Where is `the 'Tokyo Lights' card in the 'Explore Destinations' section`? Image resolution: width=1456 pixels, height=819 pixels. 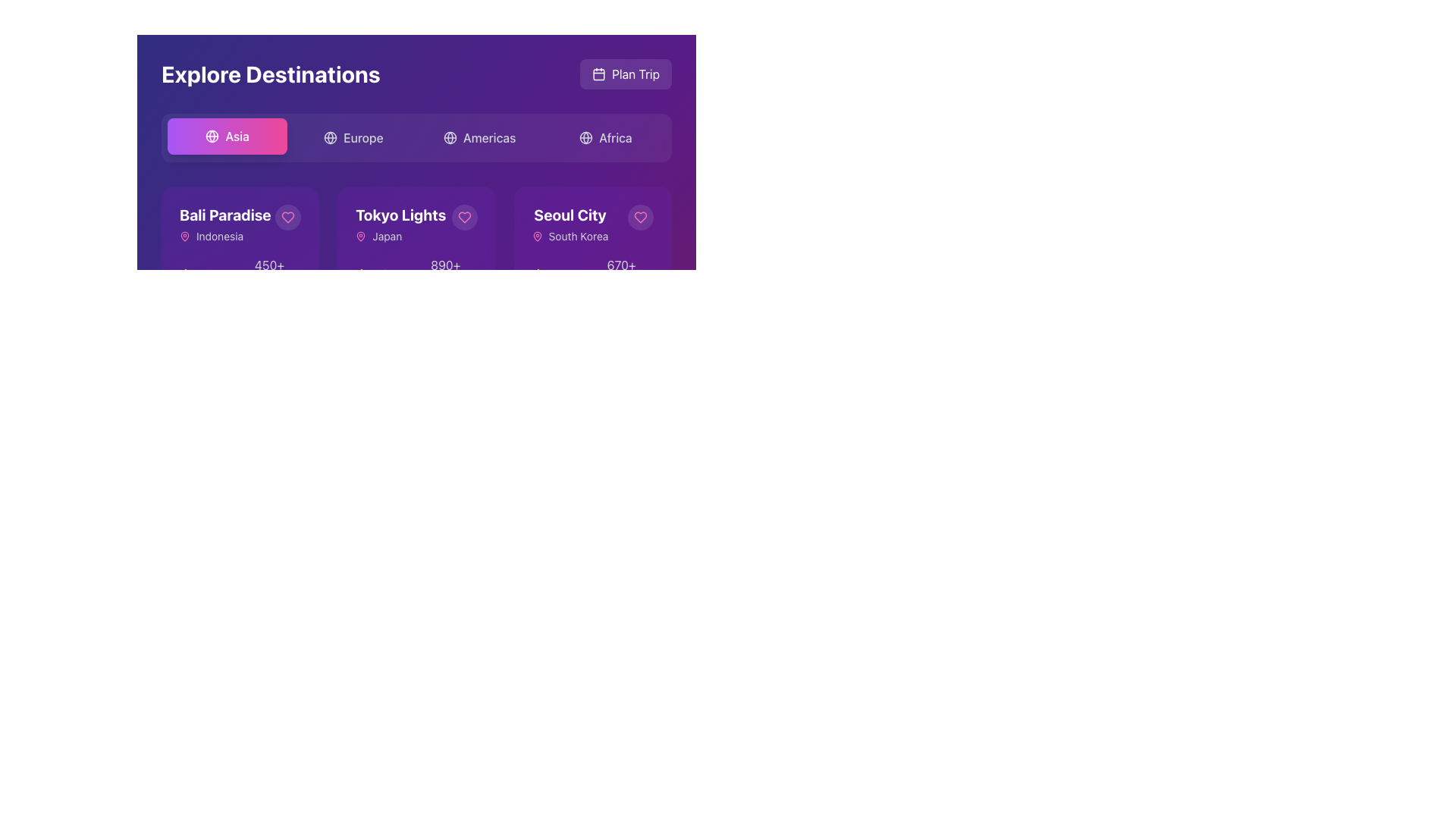
the 'Tokyo Lights' card in the 'Explore Destinations' section is located at coordinates (416, 341).